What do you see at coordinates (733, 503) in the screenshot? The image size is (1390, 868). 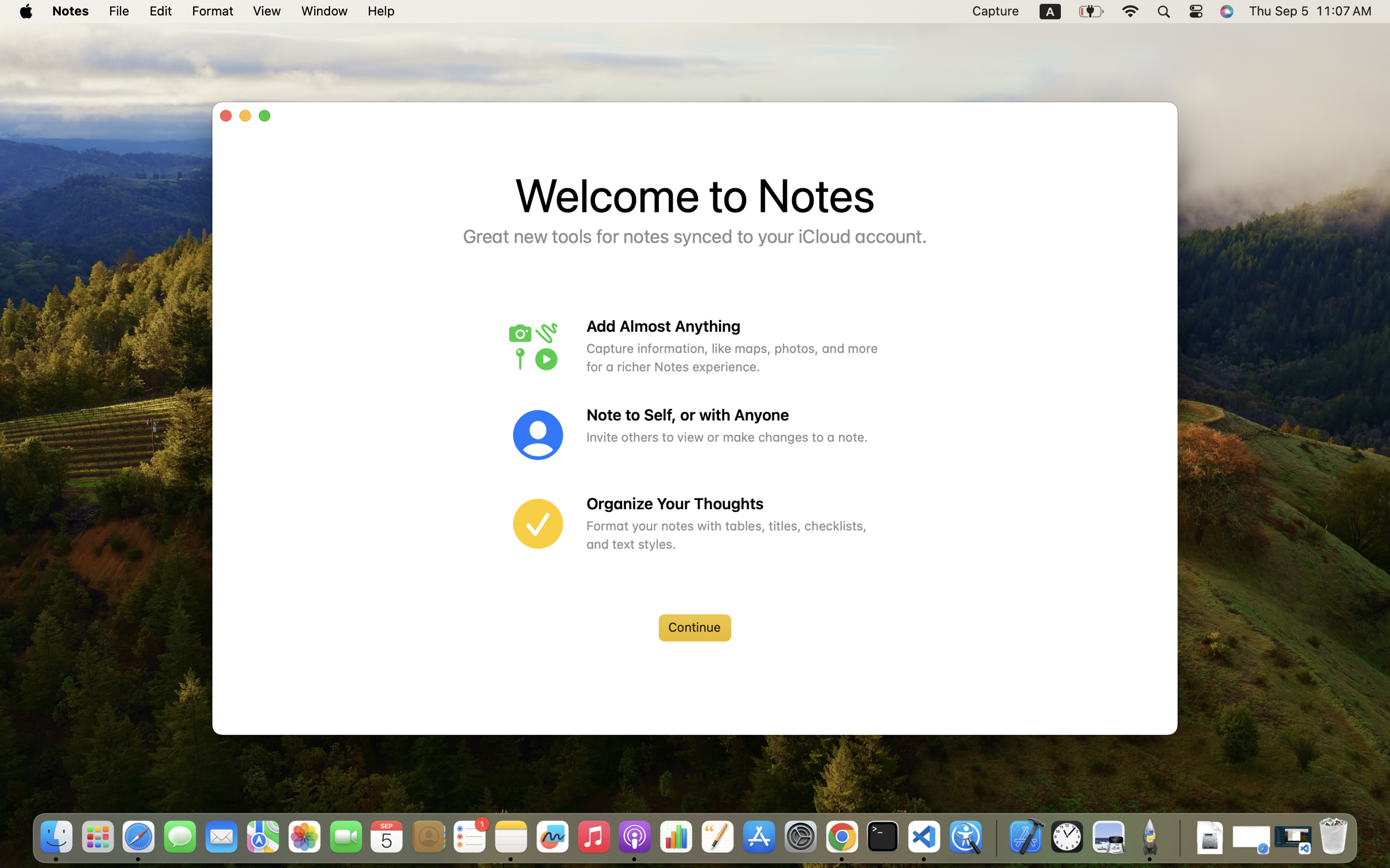 I see `'Organize Your Thoughts'` at bounding box center [733, 503].